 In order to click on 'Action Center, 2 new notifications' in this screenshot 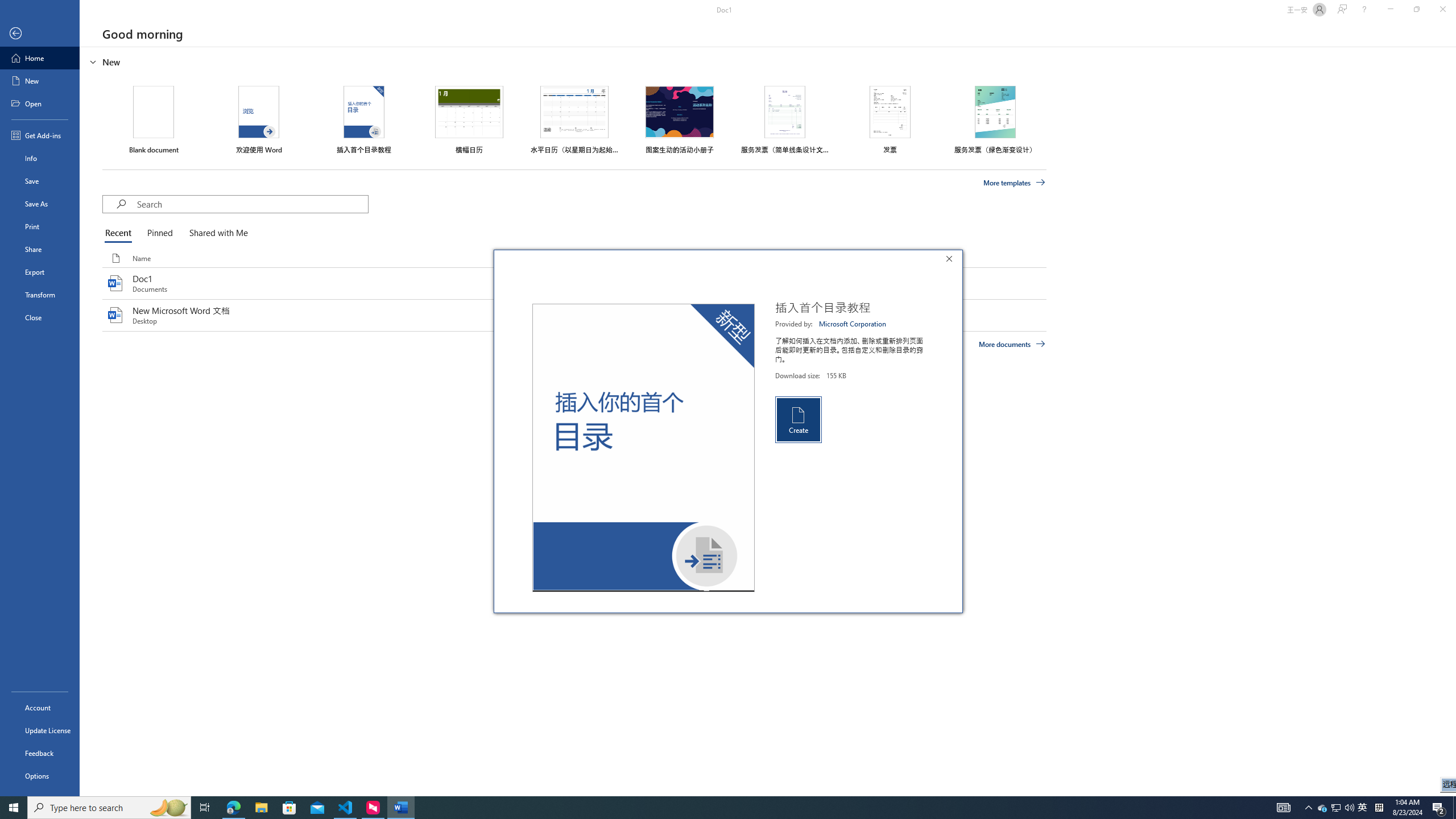, I will do `click(1439, 806)`.